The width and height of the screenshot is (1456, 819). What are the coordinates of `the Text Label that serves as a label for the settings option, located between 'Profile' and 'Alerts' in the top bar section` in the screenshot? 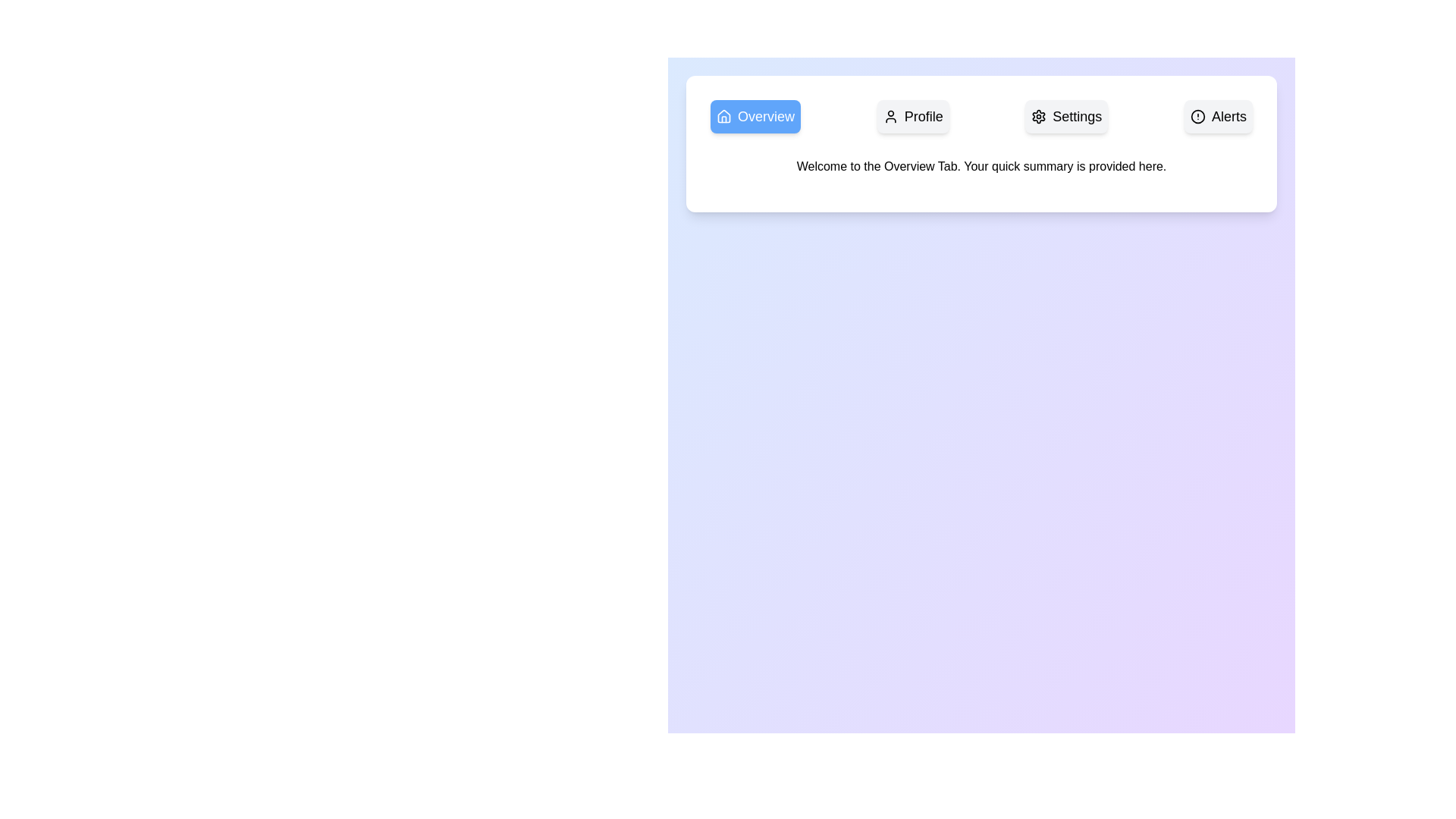 It's located at (1076, 116).